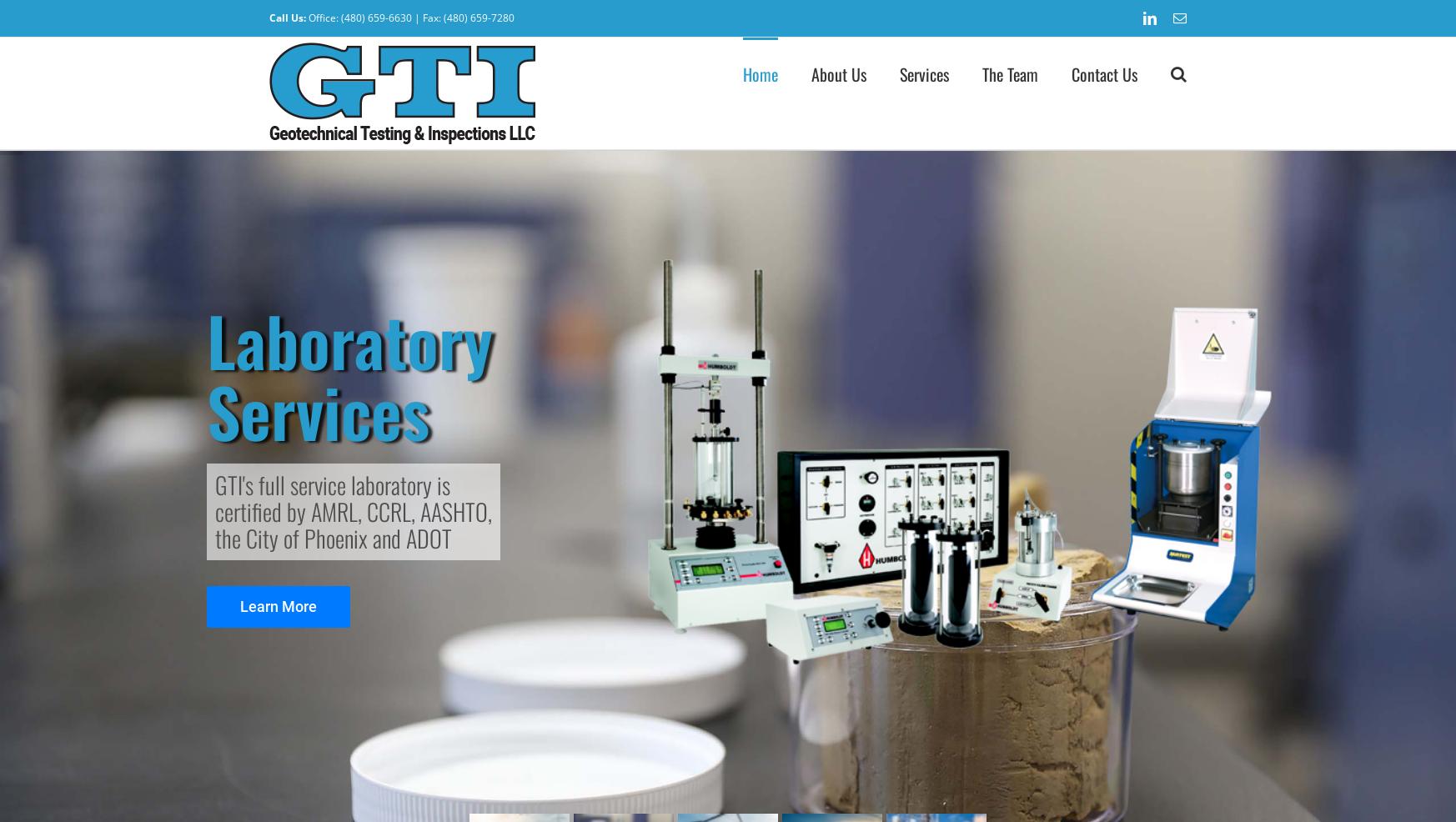 Image resolution: width=1456 pixels, height=822 pixels. I want to click on 'Telecommunication Towers', so click(992, 264).